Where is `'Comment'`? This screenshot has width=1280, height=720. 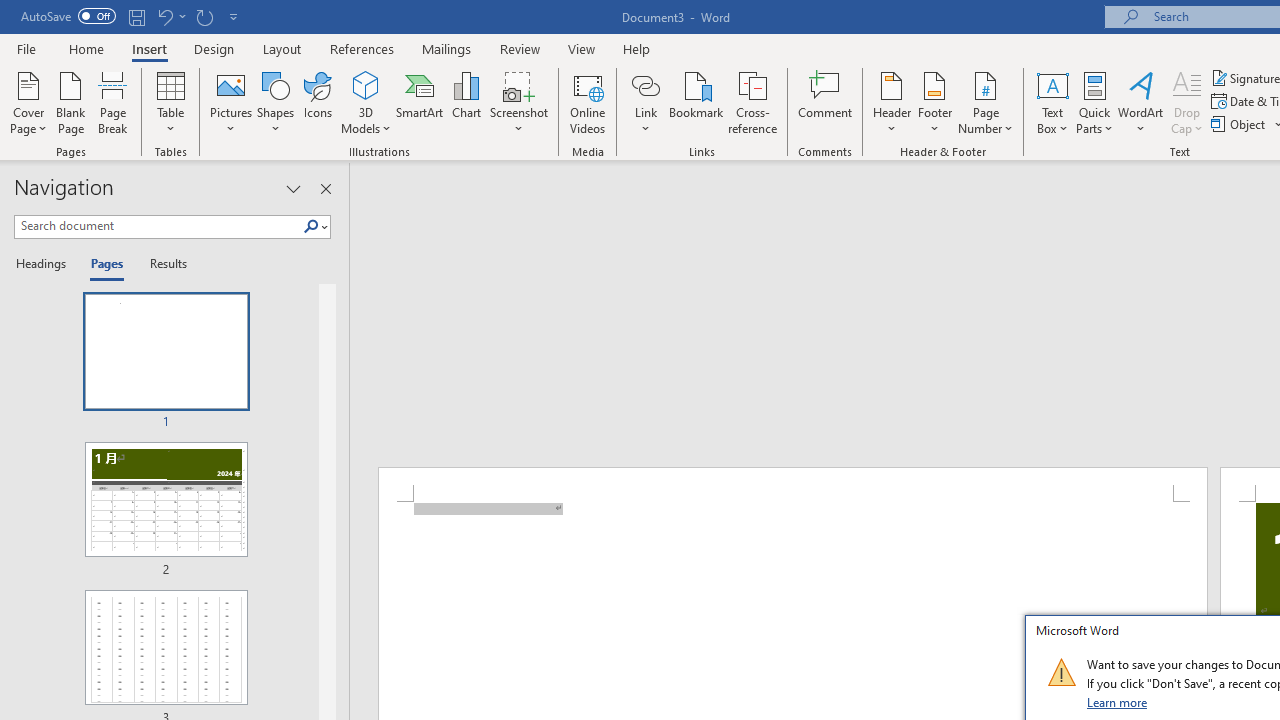 'Comment' is located at coordinates (825, 103).